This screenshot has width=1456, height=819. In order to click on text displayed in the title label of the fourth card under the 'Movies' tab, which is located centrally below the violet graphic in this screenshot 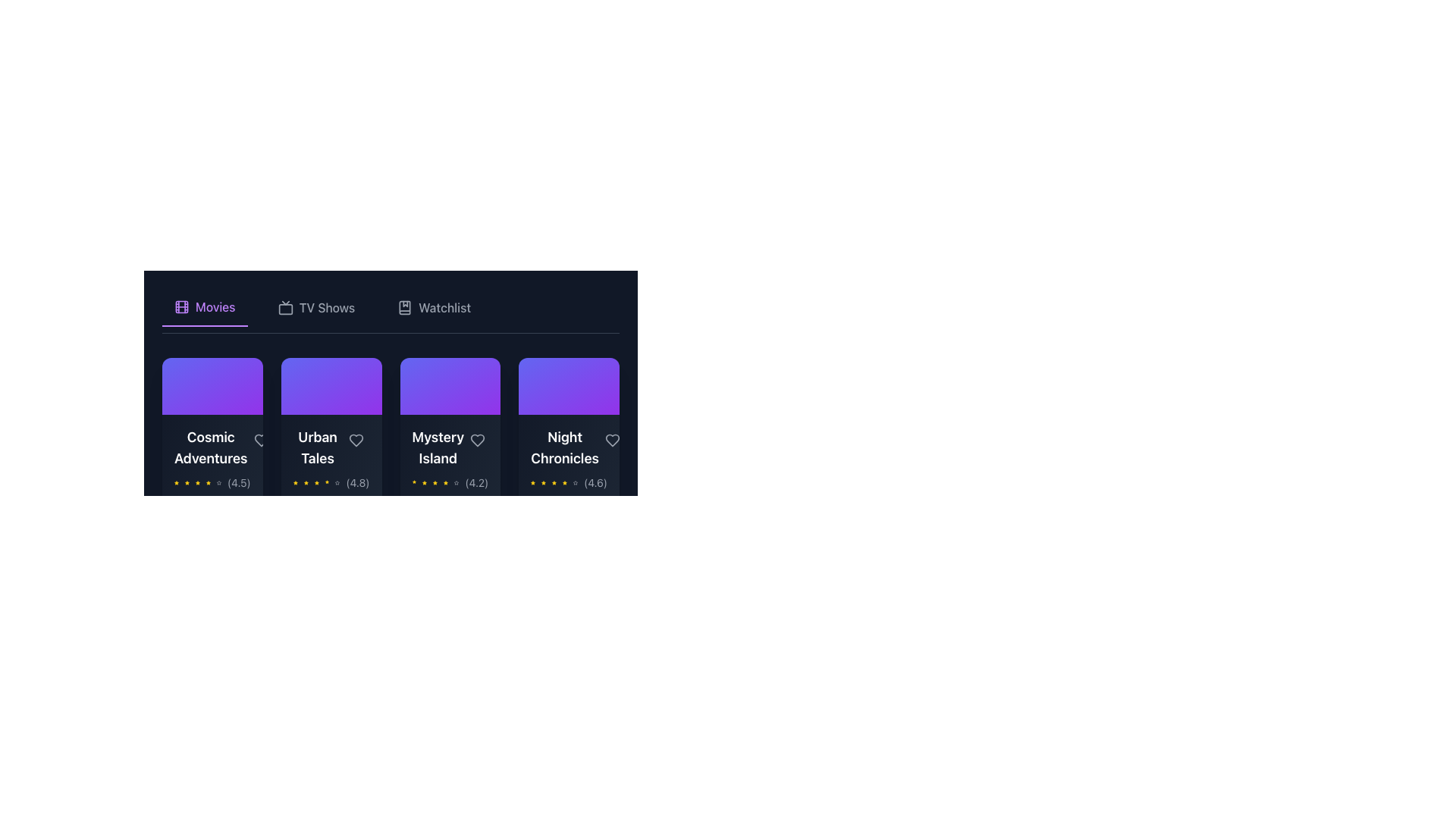, I will do `click(564, 447)`.